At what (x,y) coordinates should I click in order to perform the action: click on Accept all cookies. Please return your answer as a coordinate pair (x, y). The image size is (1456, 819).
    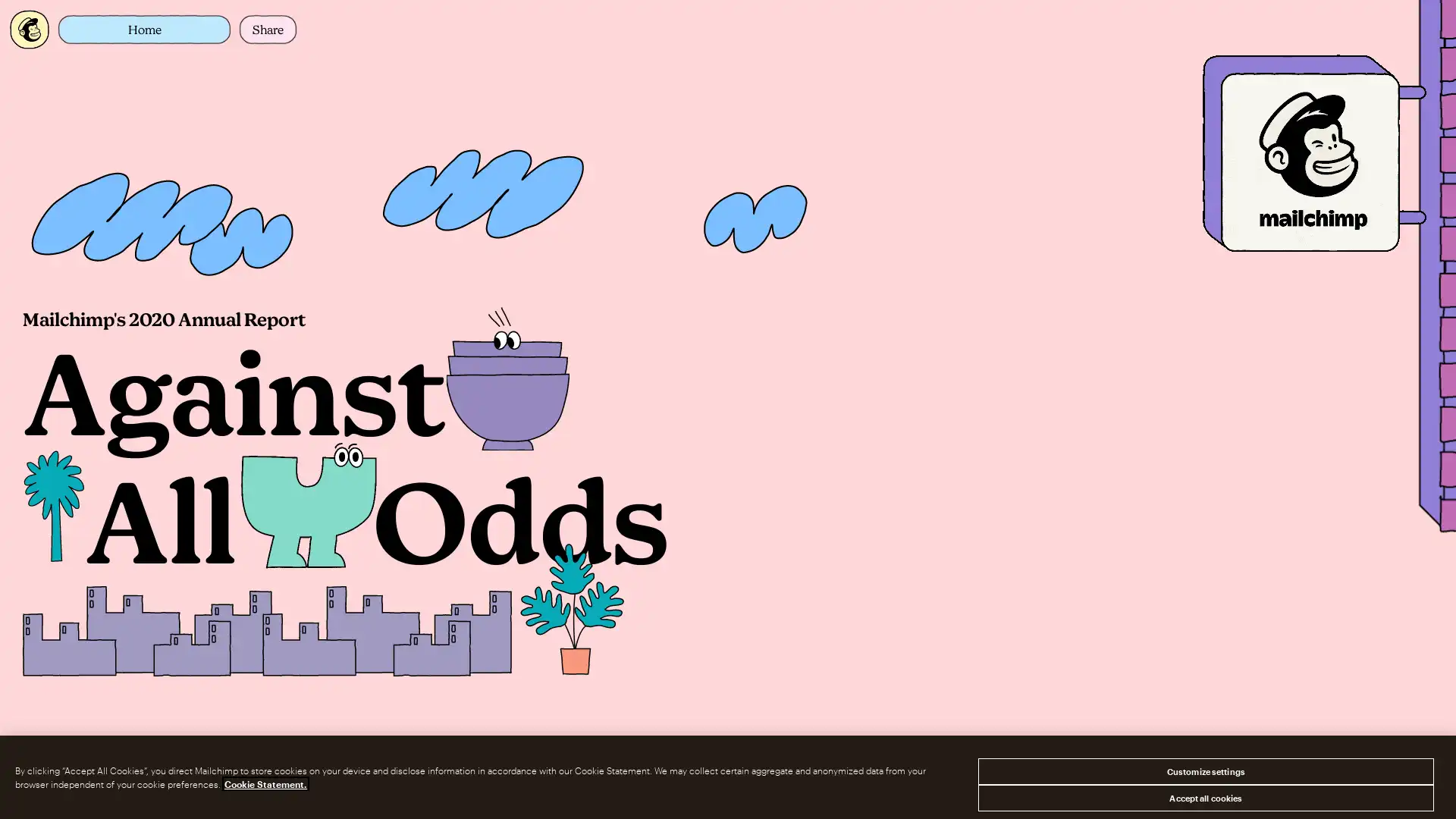
    Looking at the image, I should click on (1204, 797).